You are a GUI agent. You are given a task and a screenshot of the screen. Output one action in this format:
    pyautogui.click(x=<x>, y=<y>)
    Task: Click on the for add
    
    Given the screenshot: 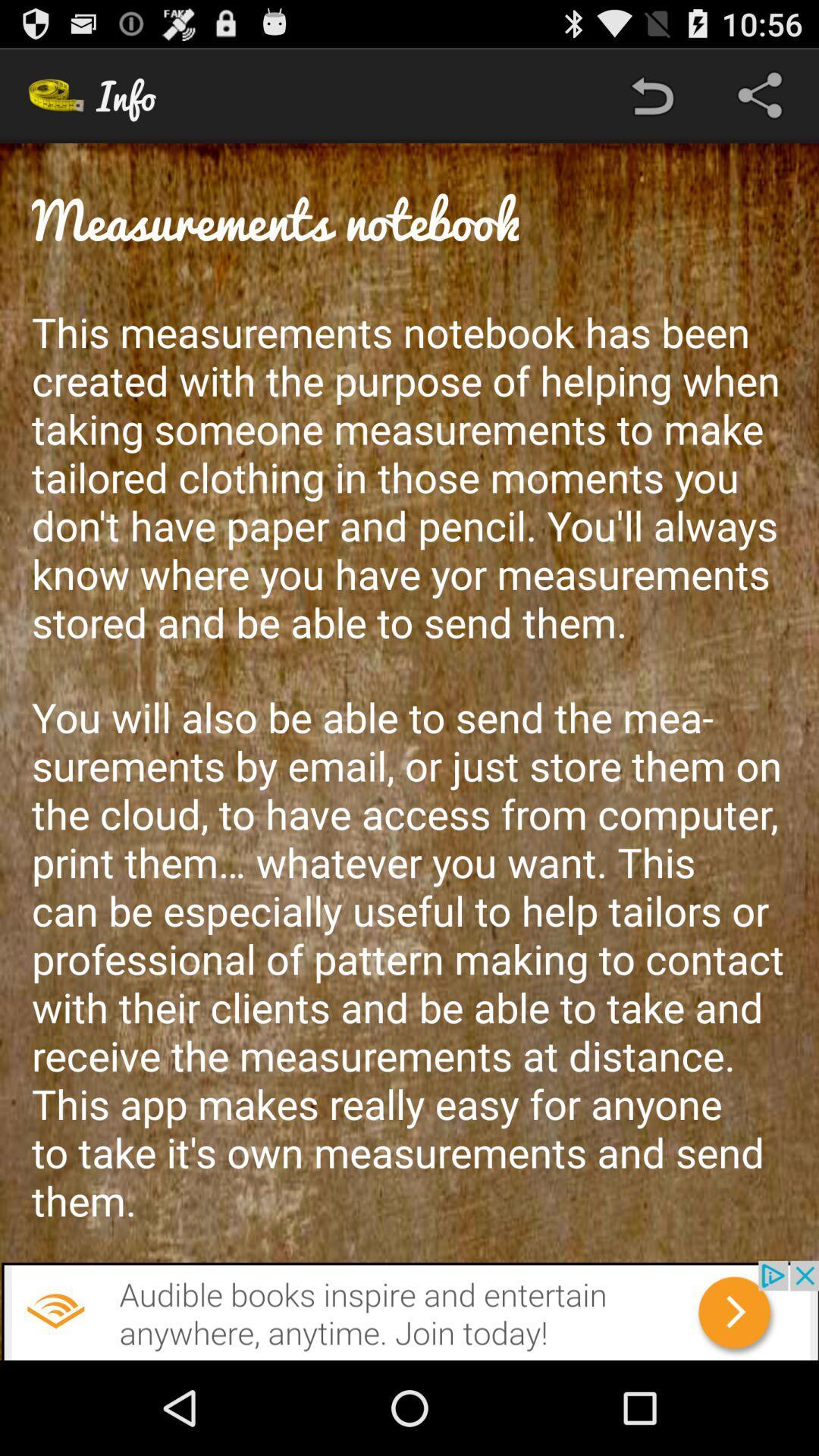 What is the action you would take?
    pyautogui.click(x=409, y=1310)
    